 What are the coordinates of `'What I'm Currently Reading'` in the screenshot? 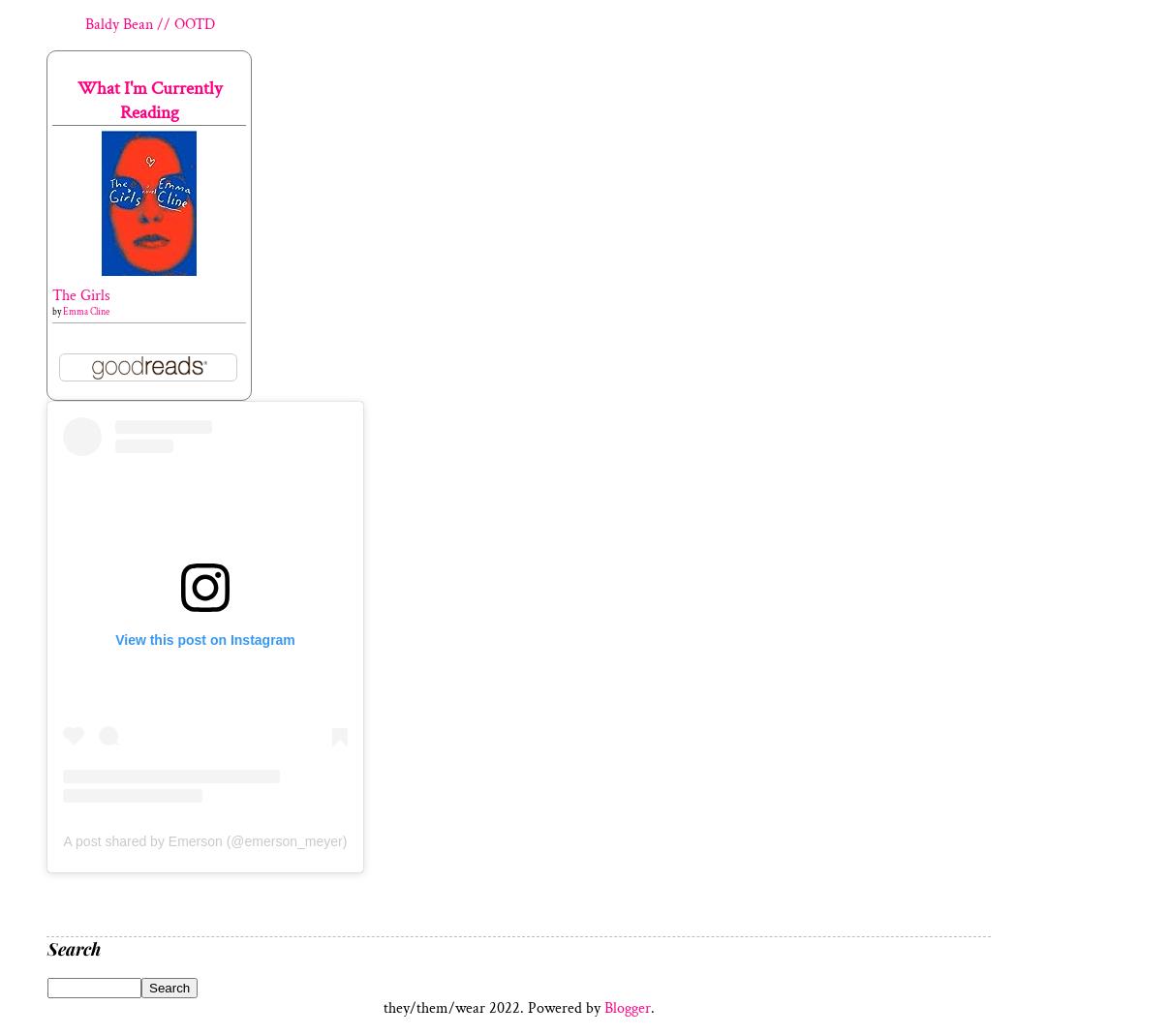 It's located at (148, 100).